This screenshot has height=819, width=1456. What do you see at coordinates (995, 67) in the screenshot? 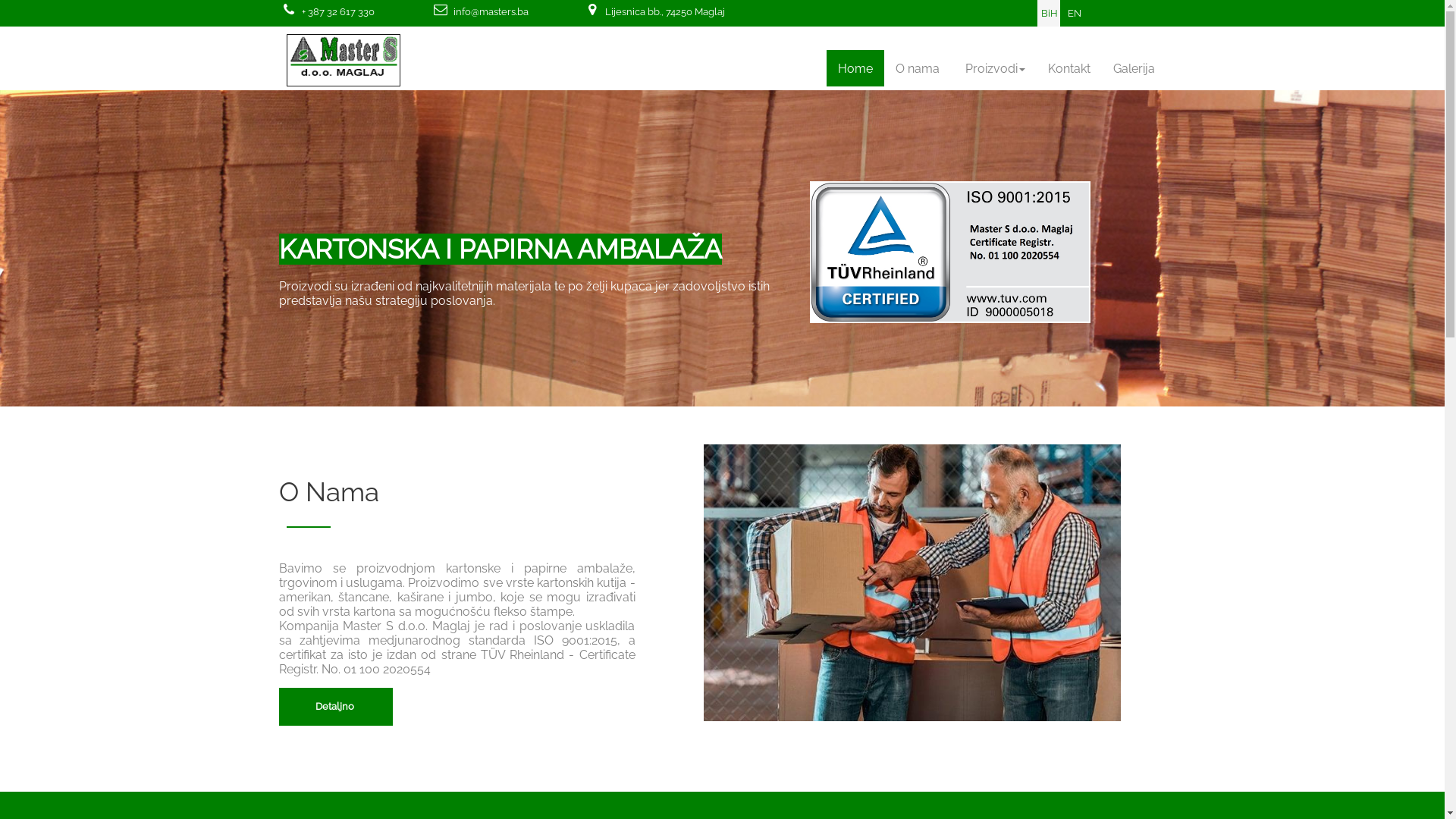
I see `'Proizvodi'` at bounding box center [995, 67].